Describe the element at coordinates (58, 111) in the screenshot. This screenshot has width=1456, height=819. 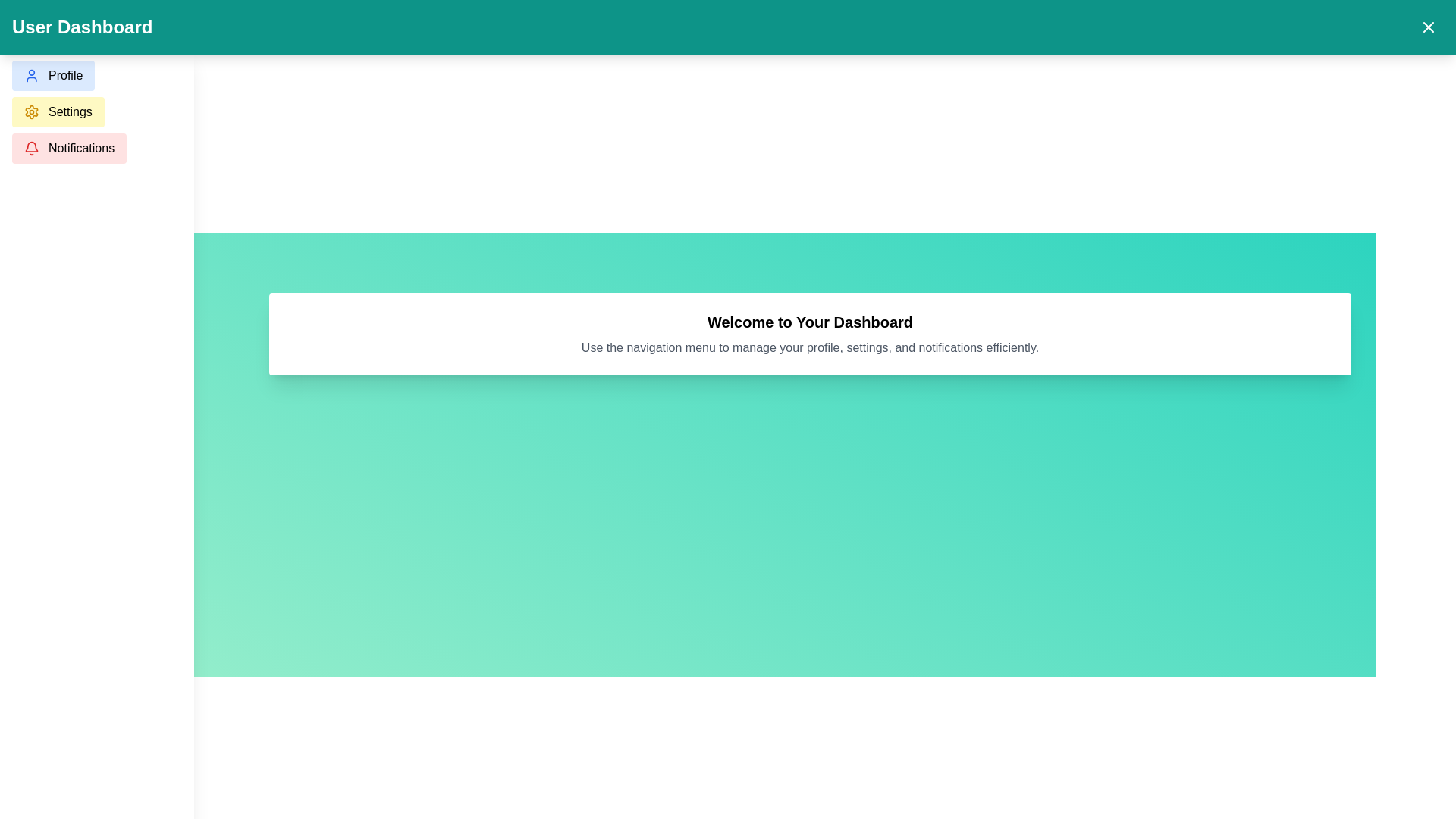
I see `the navigation button located below the 'Profile' button and above the 'Notifications' button` at that location.